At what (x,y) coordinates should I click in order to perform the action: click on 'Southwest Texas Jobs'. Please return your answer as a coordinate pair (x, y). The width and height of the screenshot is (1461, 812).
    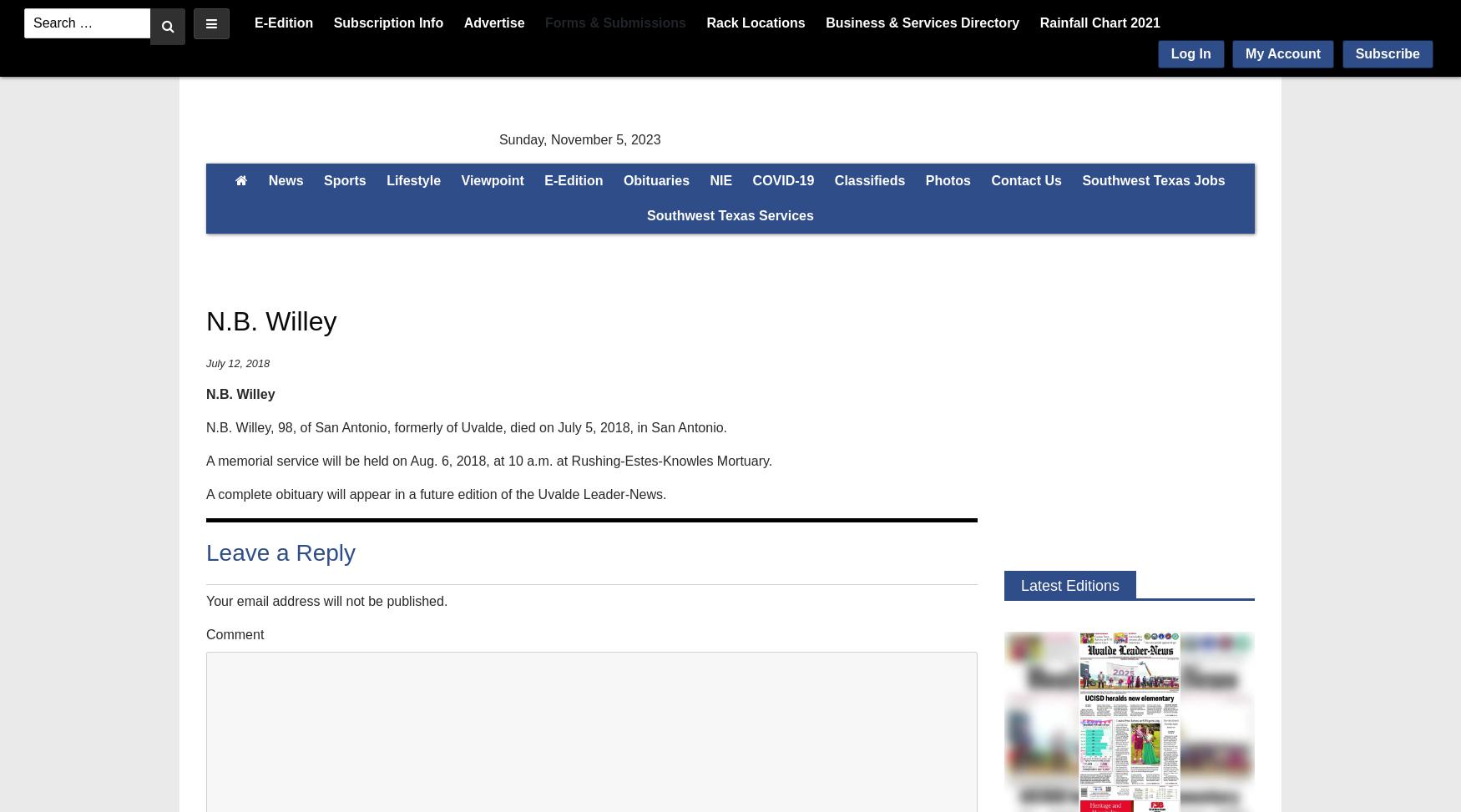
    Looking at the image, I should click on (1152, 179).